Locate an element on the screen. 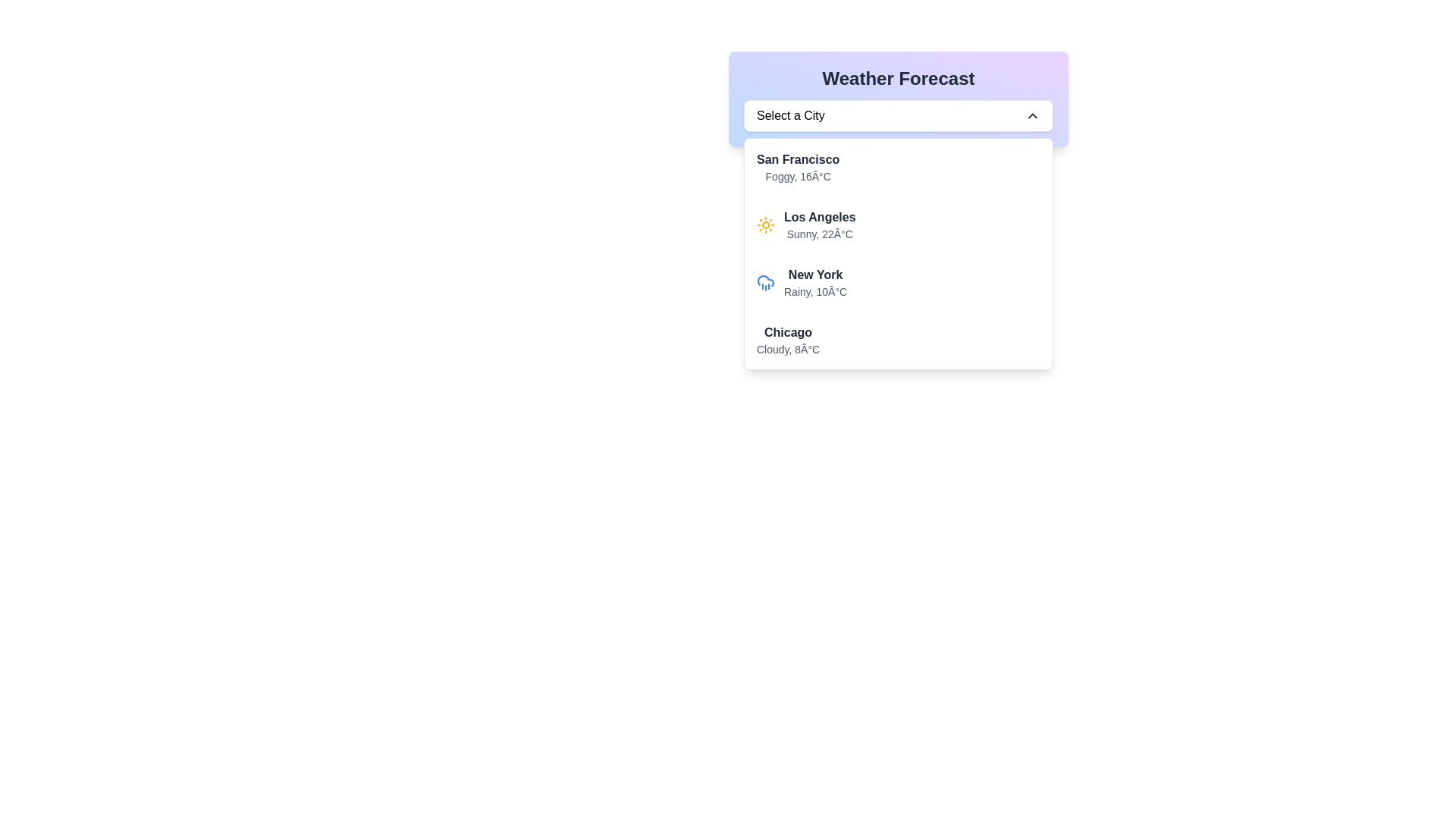  the 'Select a City' dropdown menu in the 'Weather Forecast' section is located at coordinates (899, 99).